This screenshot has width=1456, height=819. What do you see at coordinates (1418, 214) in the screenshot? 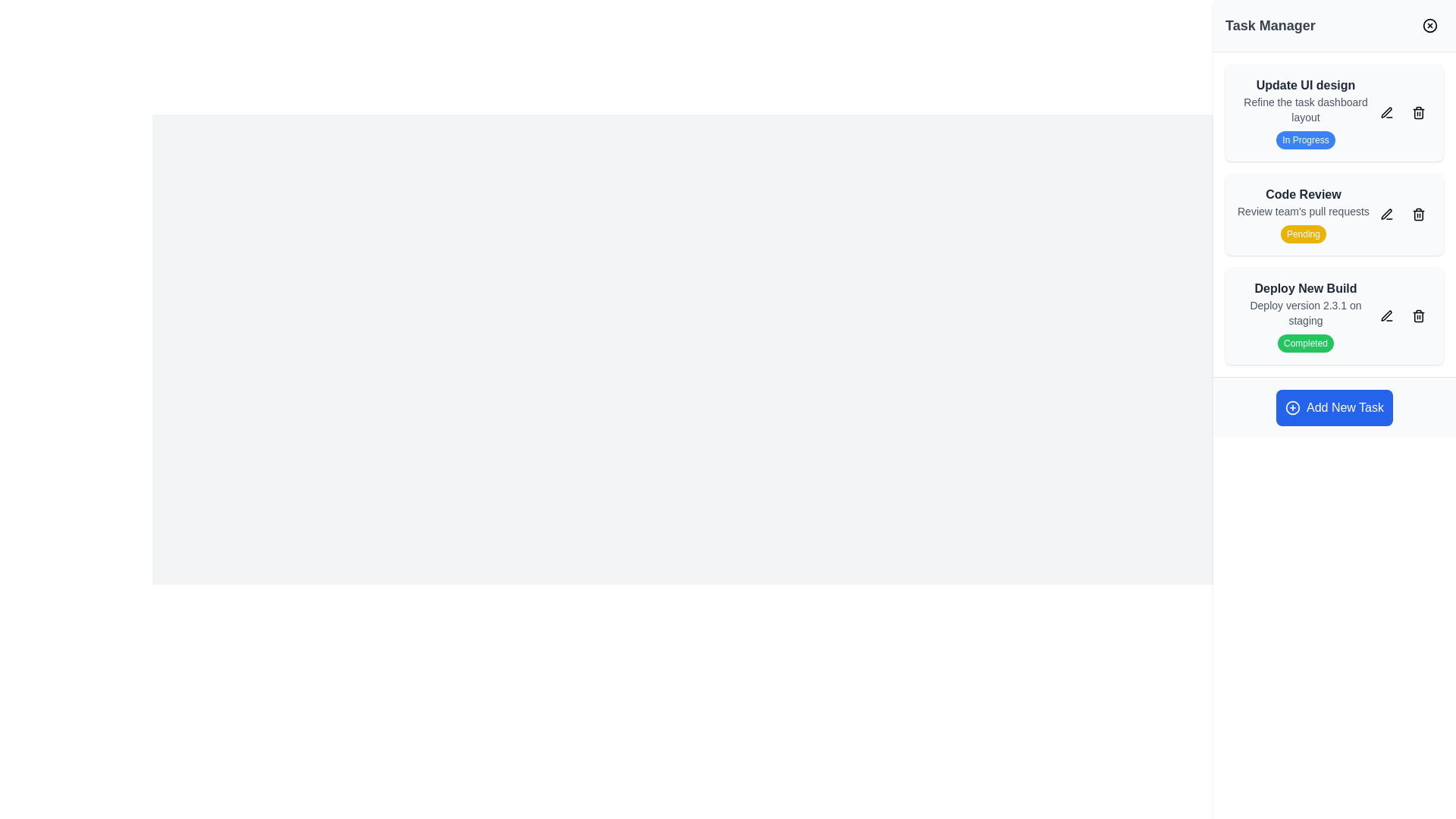
I see `the trash icon button located in the 'Code Review' row` at bounding box center [1418, 214].